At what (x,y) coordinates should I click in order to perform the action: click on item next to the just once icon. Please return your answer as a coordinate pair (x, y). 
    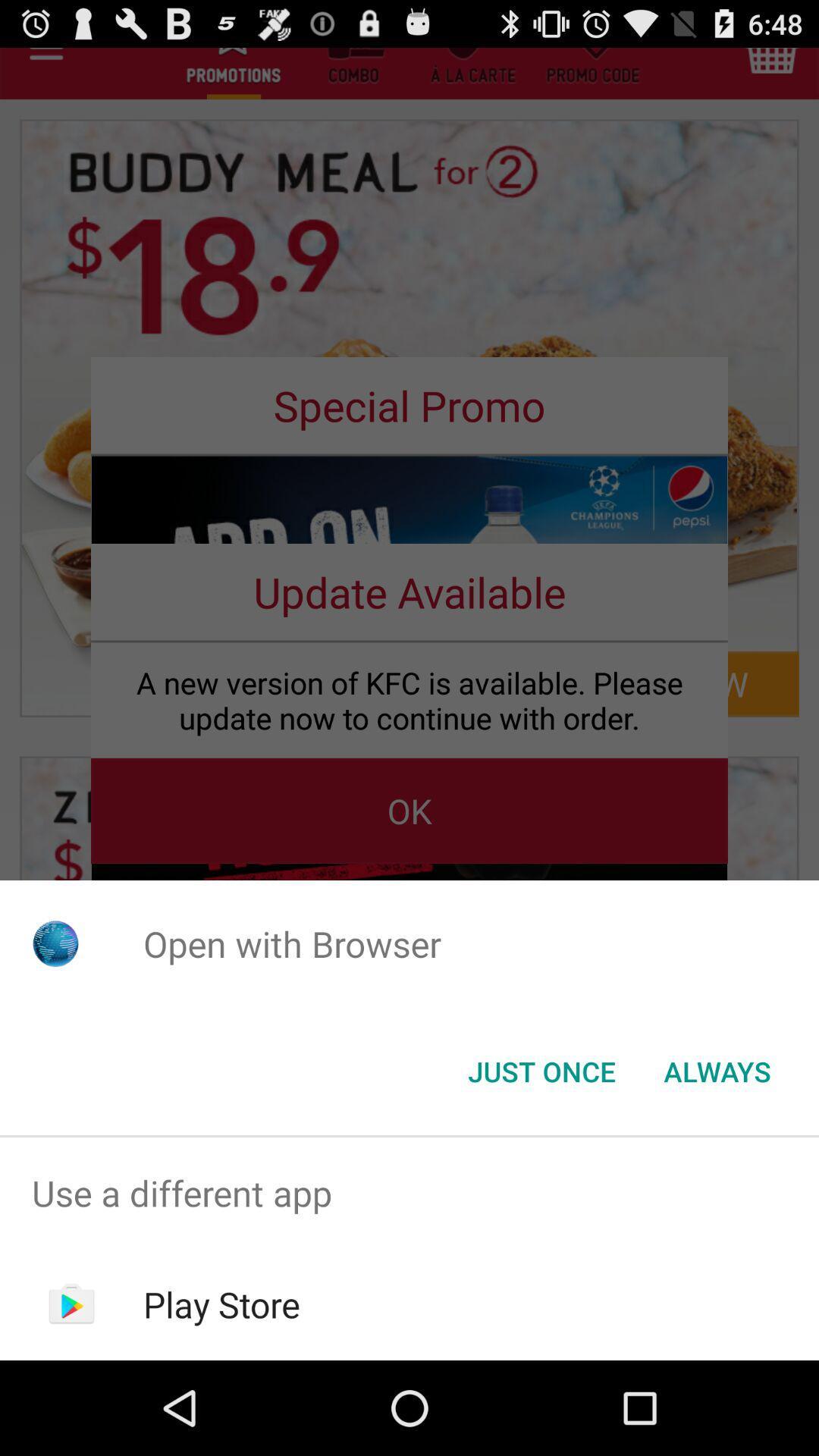
    Looking at the image, I should click on (717, 1070).